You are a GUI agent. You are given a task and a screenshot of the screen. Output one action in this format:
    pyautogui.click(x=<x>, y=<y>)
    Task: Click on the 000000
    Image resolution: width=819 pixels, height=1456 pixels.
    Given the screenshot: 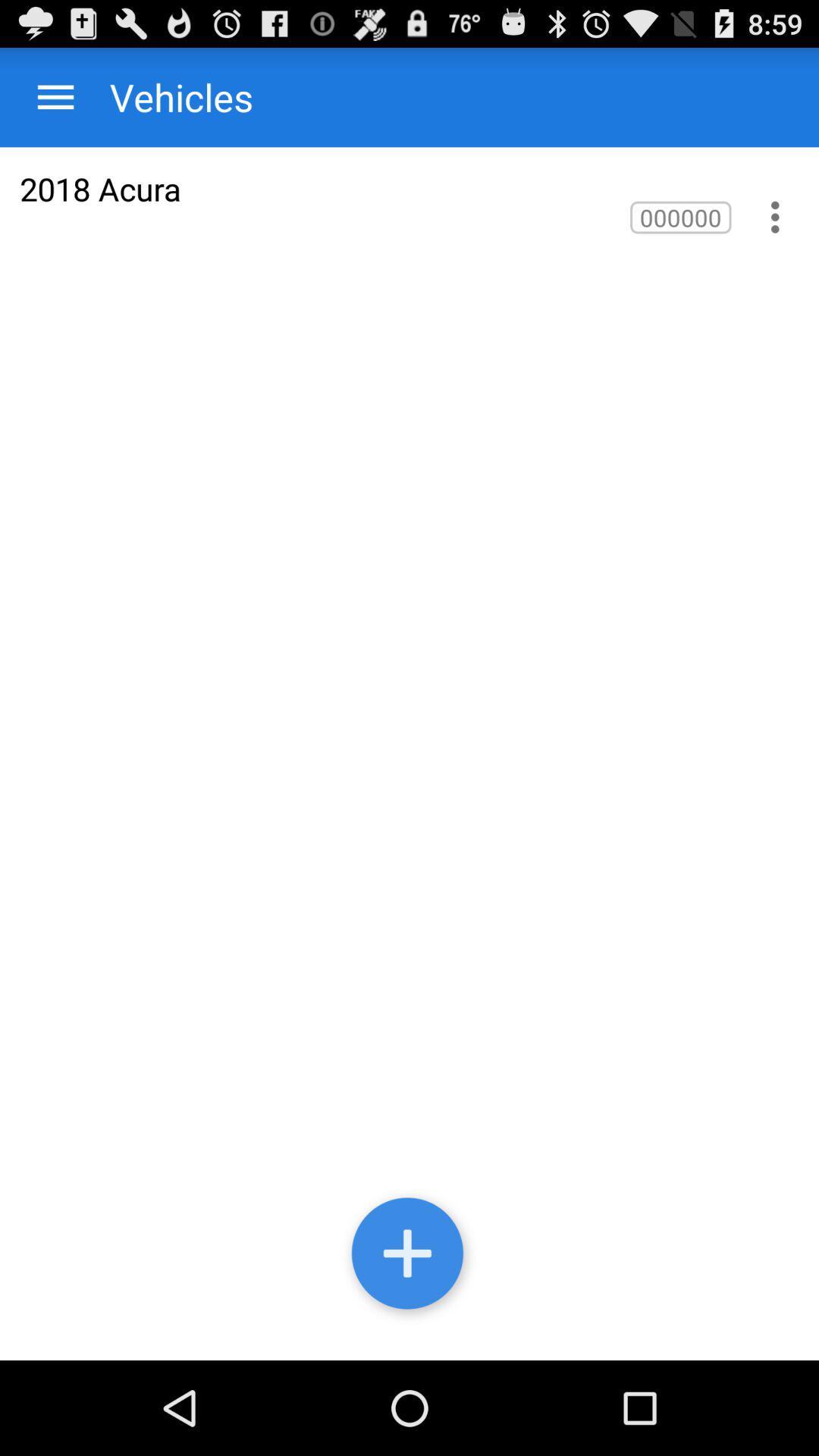 What is the action you would take?
    pyautogui.click(x=679, y=216)
    